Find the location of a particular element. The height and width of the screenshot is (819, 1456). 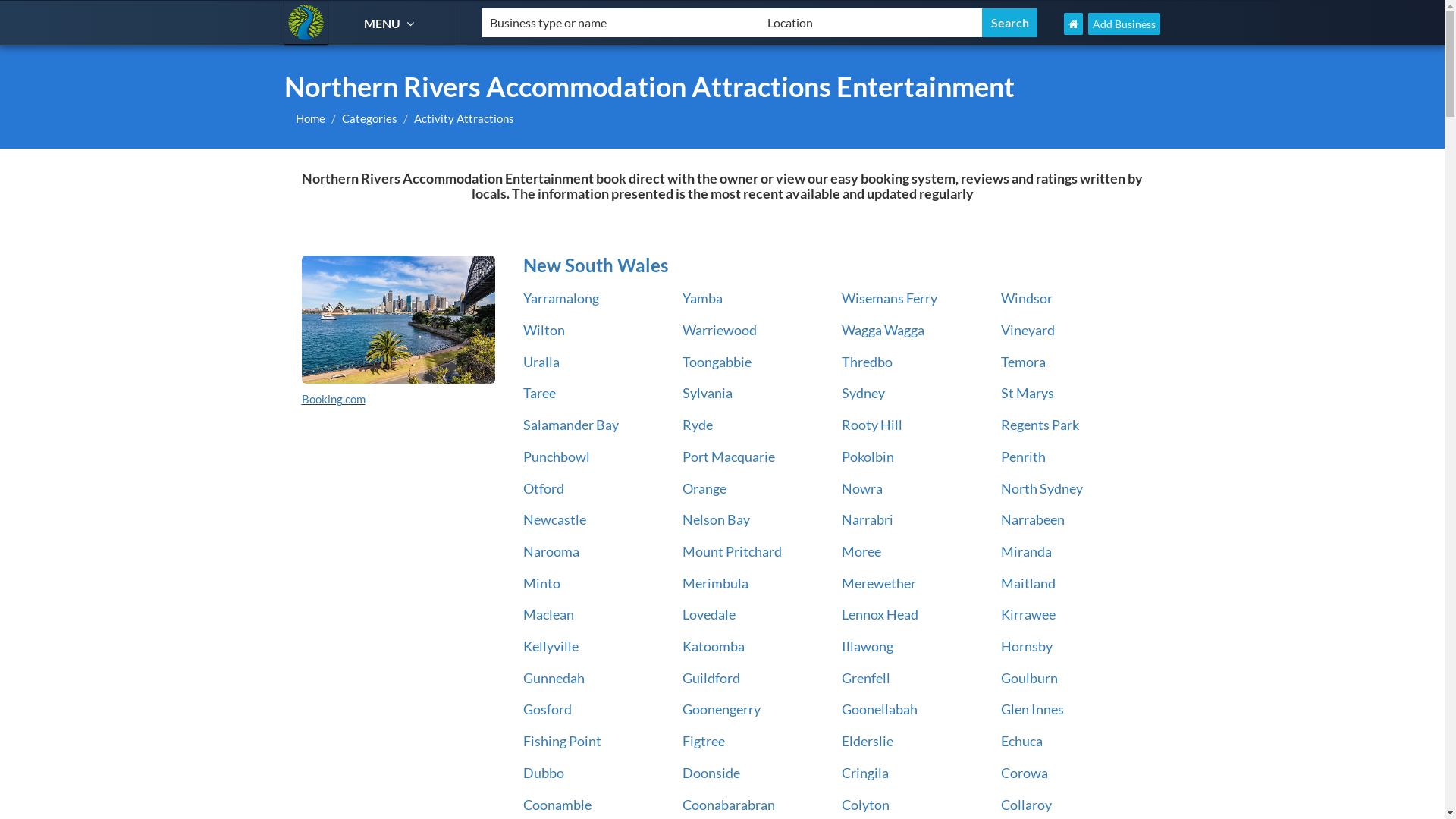

'Rooty Hill' is located at coordinates (872, 424).